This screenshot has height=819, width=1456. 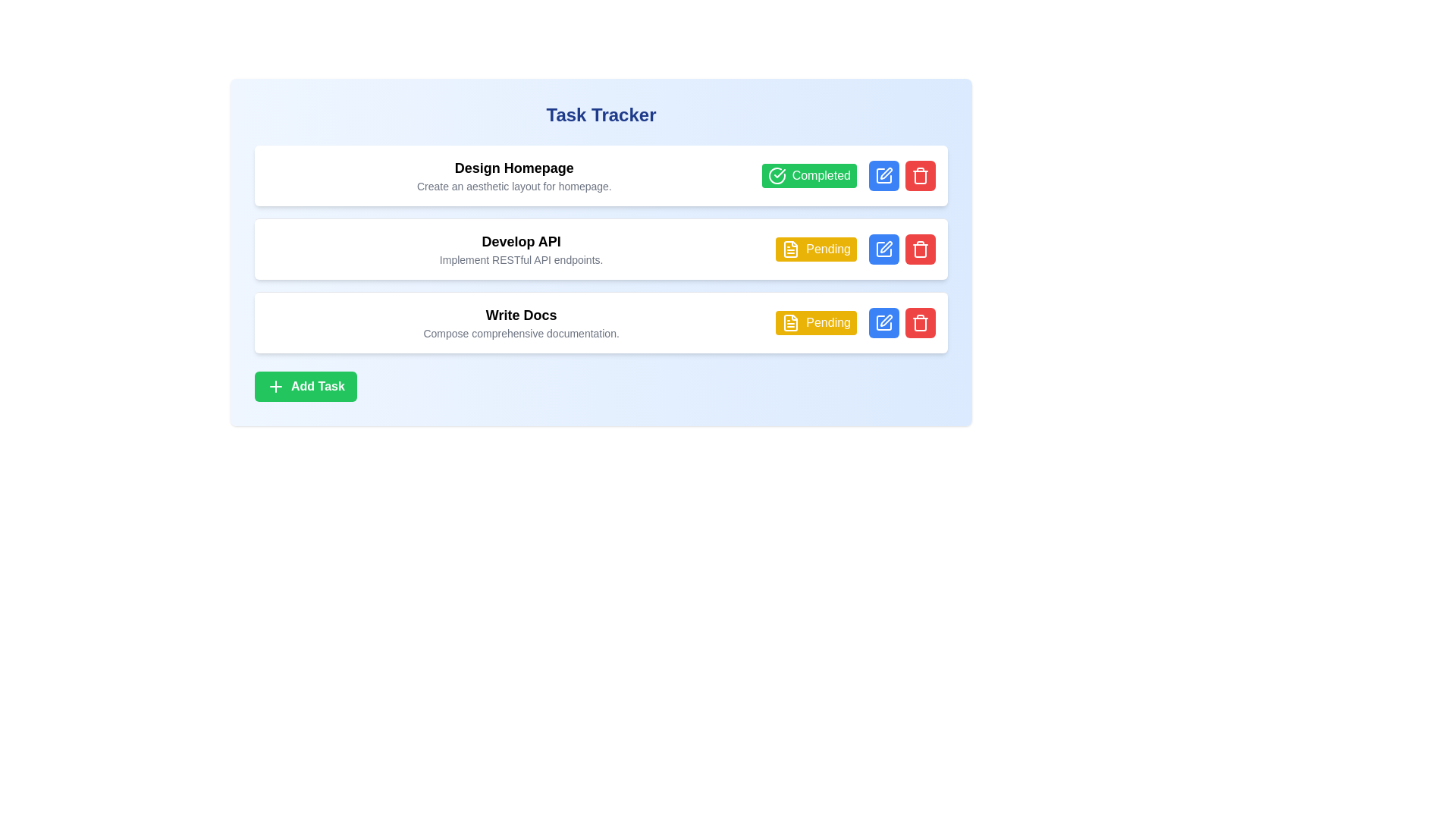 What do you see at coordinates (790, 322) in the screenshot?
I see `the small yellow icon resembling a document with lines, located next to the 'Pending' status label in the second task card` at bounding box center [790, 322].